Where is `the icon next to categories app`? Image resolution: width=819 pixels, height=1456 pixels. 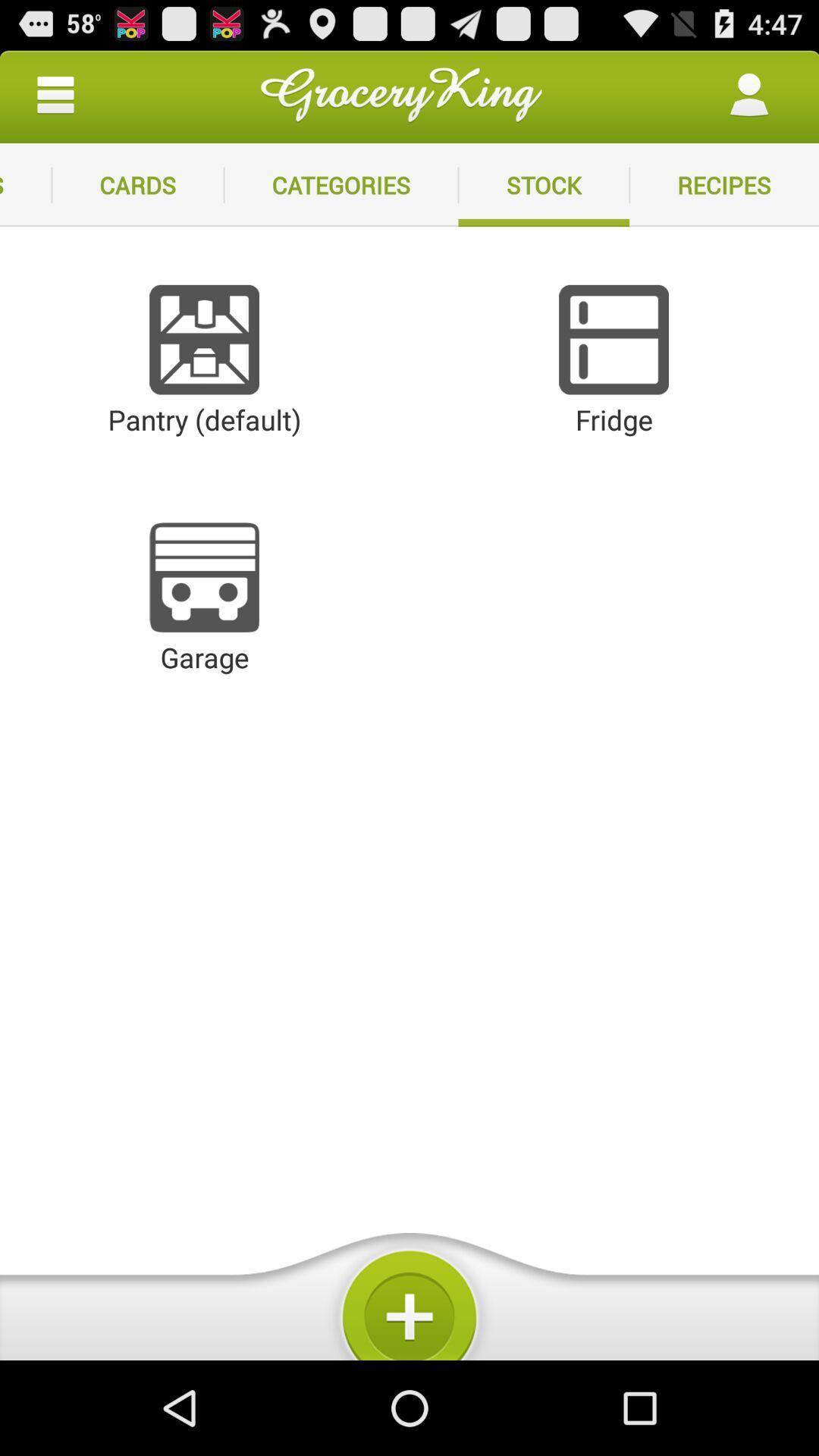
the icon next to categories app is located at coordinates (543, 184).